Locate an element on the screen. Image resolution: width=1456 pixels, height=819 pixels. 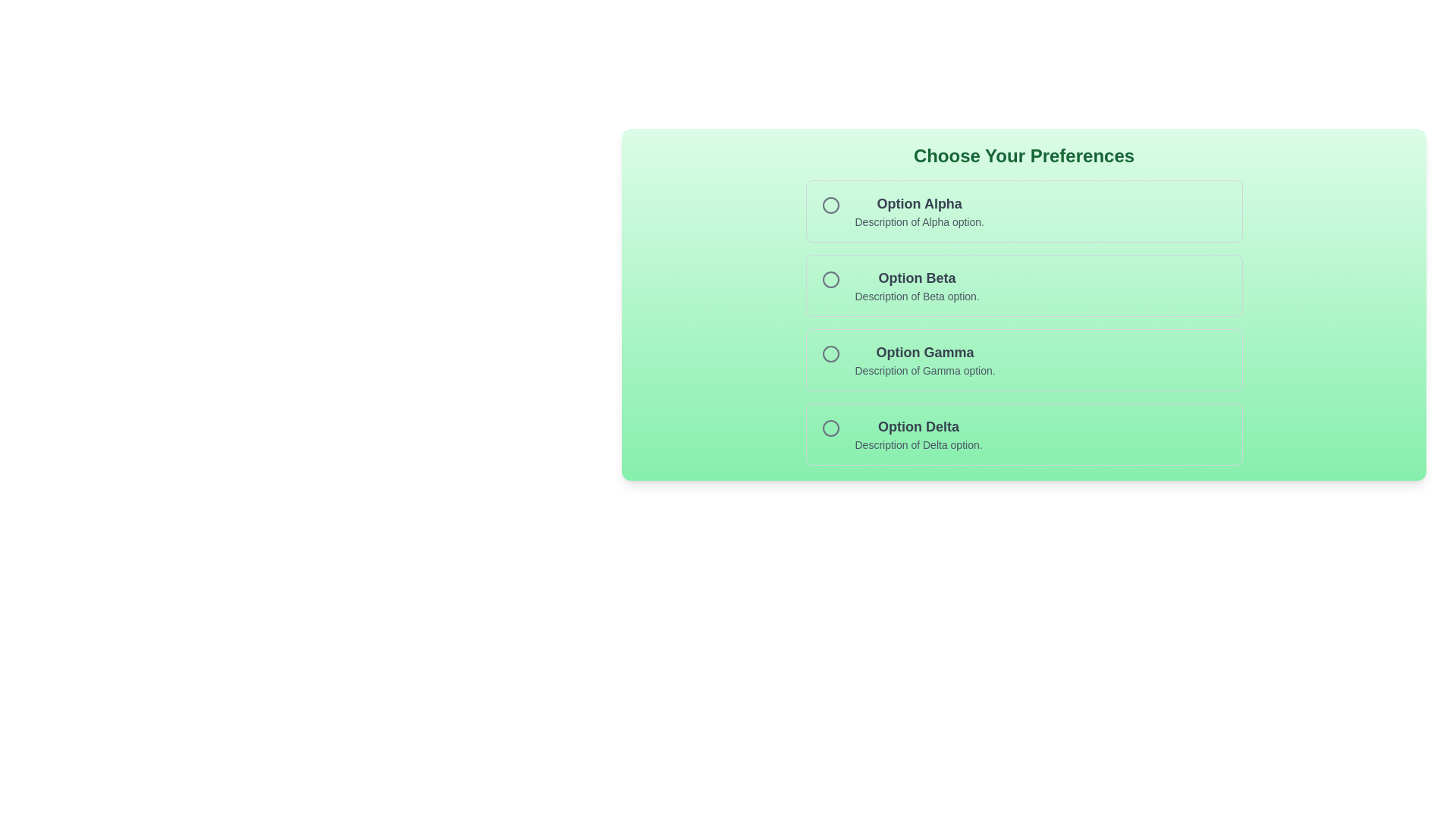
the radio button icon located to the left of the text 'Option Delta' is located at coordinates (830, 428).